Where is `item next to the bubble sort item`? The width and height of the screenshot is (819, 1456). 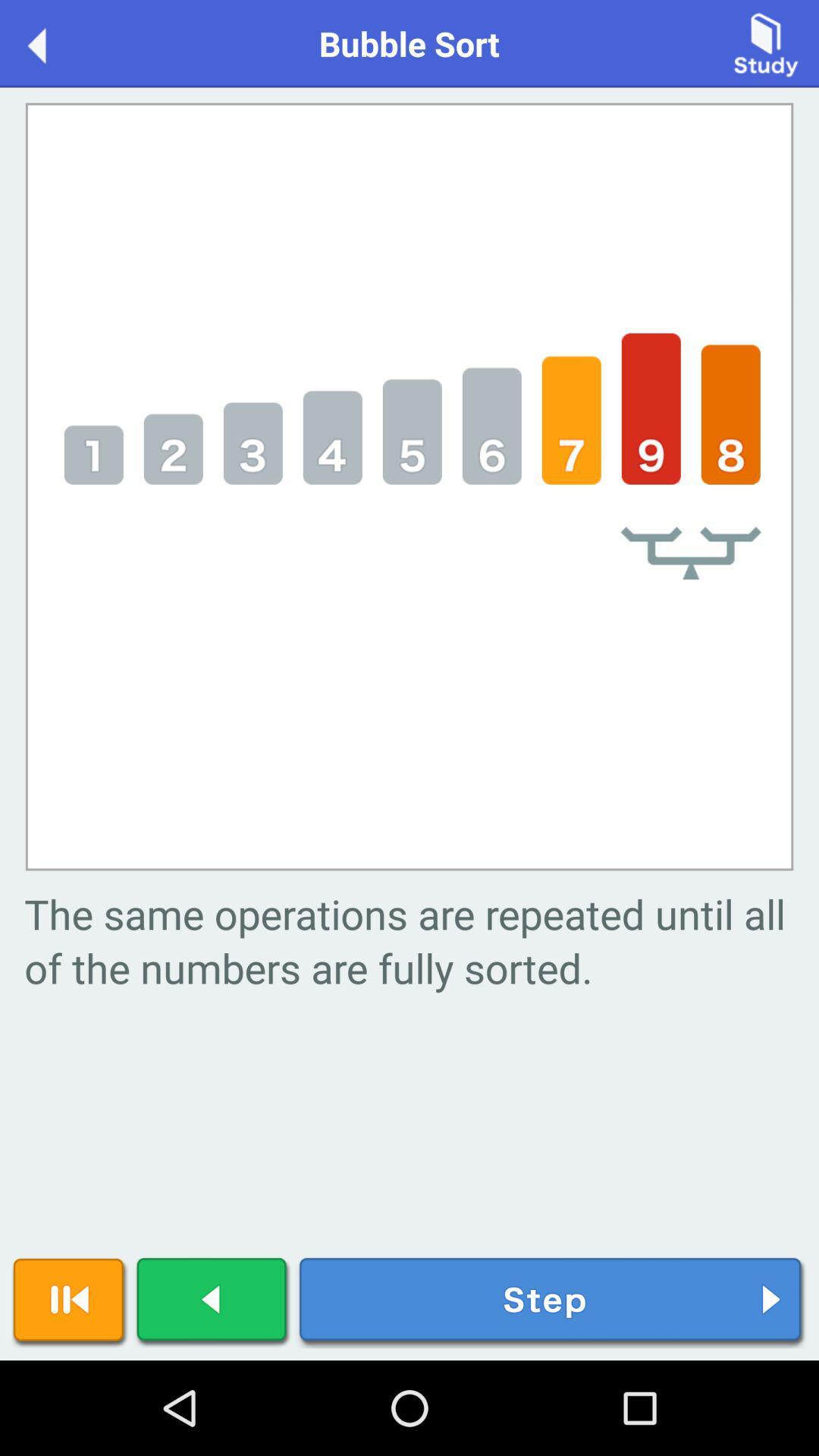
item next to the bubble sort item is located at coordinates (766, 42).